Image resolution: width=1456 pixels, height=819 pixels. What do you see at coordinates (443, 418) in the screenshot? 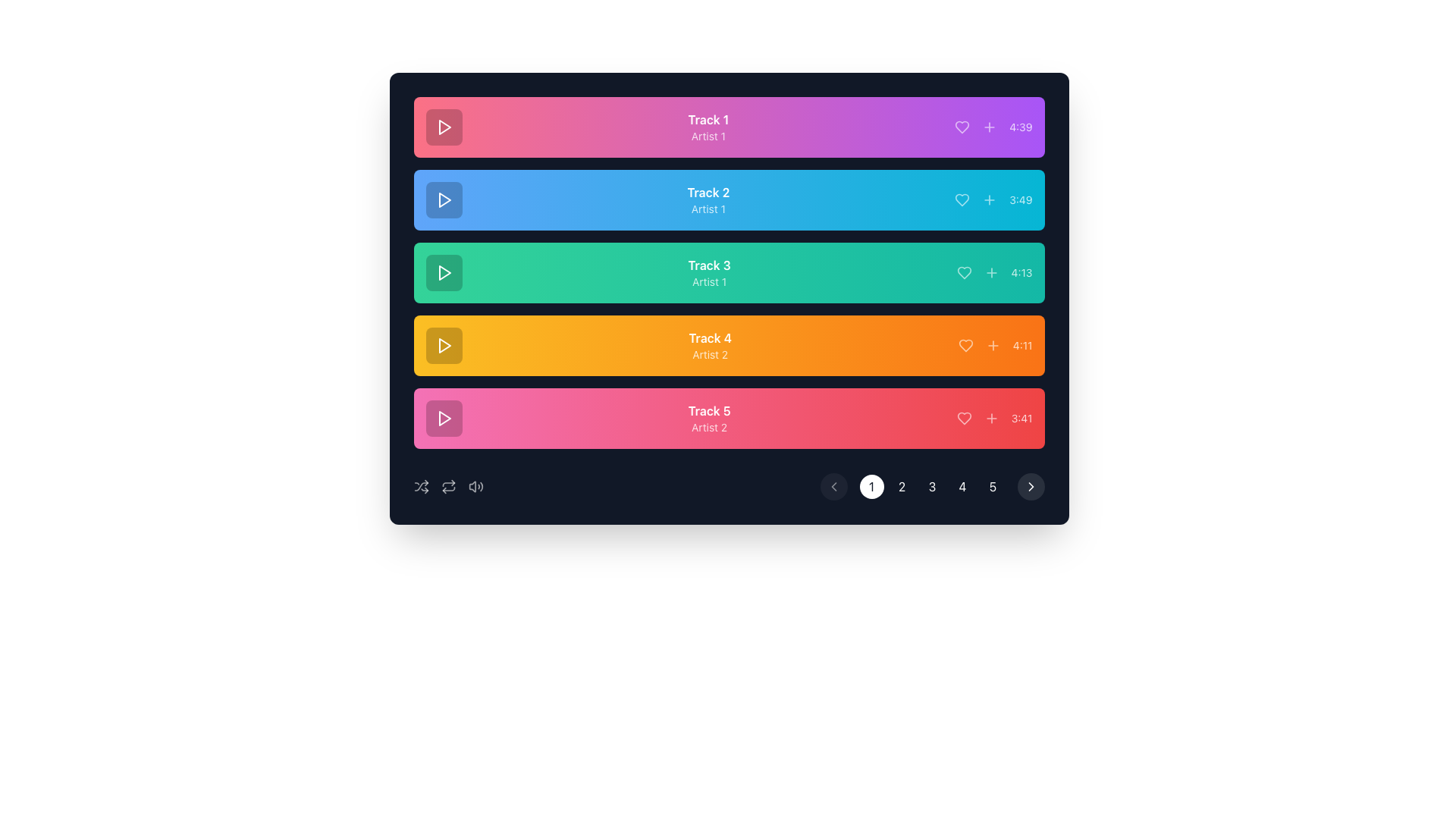
I see `the play button shaped like a triangle within the circular button, located on the left side of the fifth track labeled 'Track 5' in the music track selection interface` at bounding box center [443, 418].